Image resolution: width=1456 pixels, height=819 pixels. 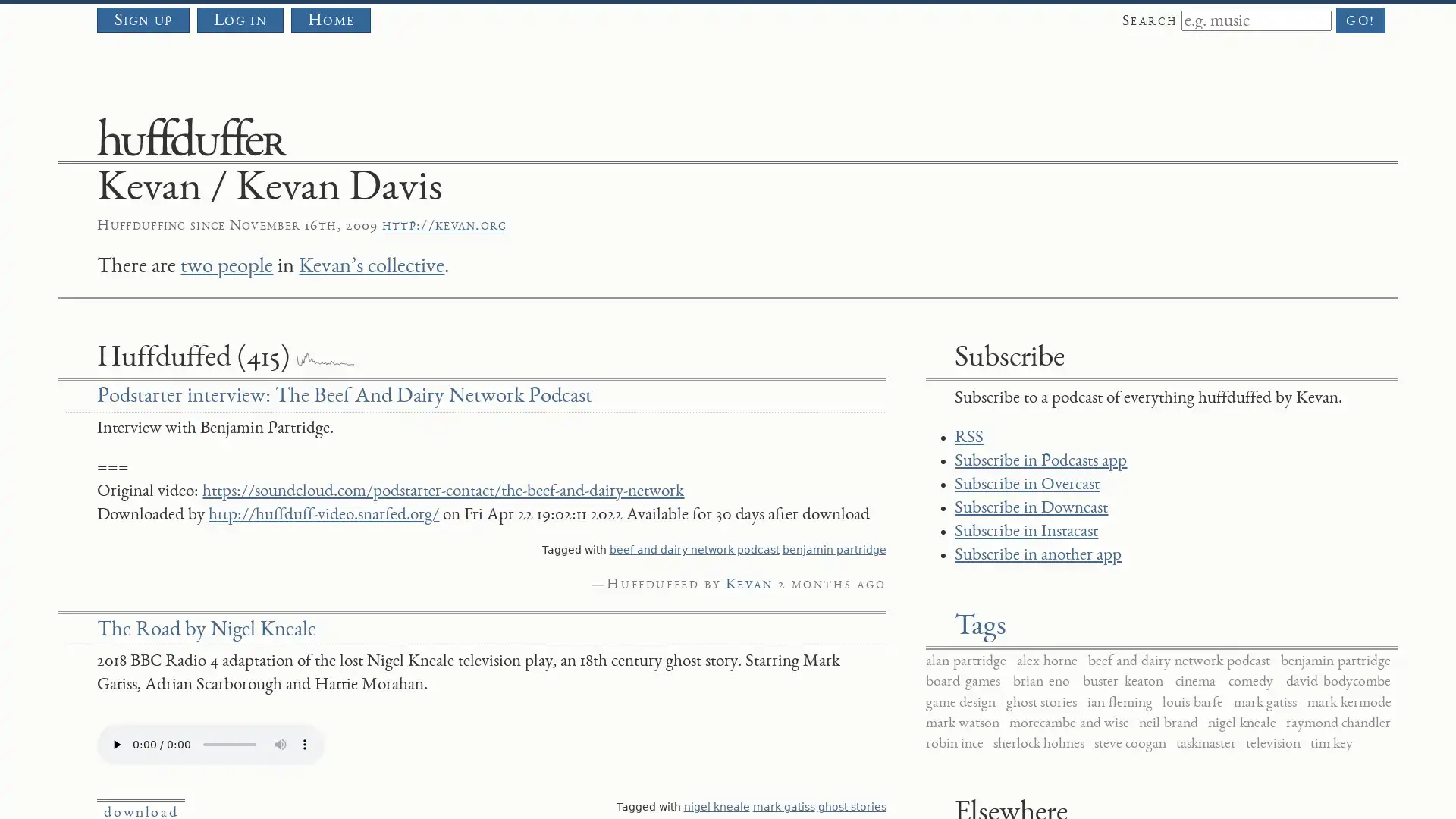 I want to click on play, so click(x=115, y=742).